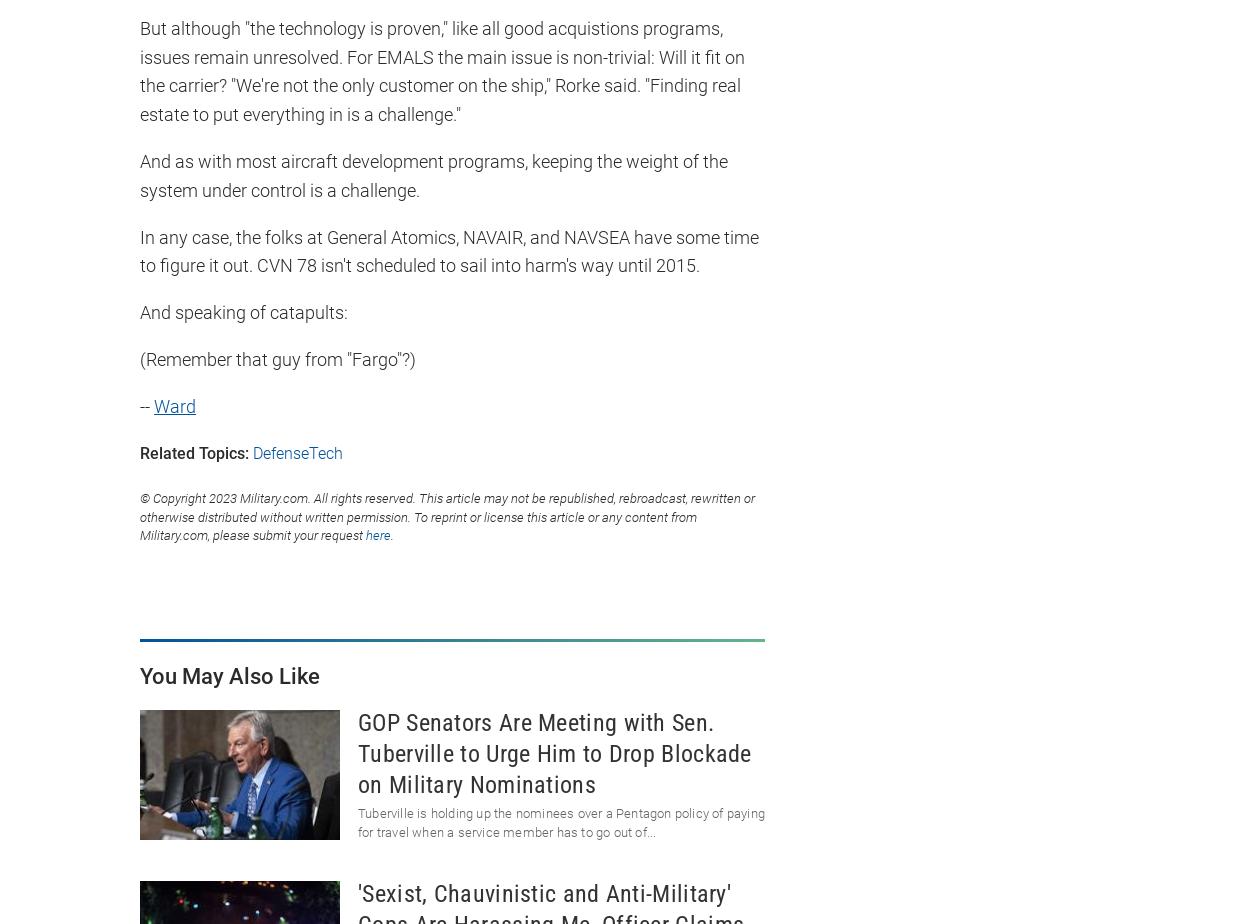 This screenshot has width=1250, height=924. What do you see at coordinates (554, 753) in the screenshot?
I see `'GOP Senators Are Meeting with Sen. Tuberville to Urge Him to Drop Blockade on Military Nominations'` at bounding box center [554, 753].